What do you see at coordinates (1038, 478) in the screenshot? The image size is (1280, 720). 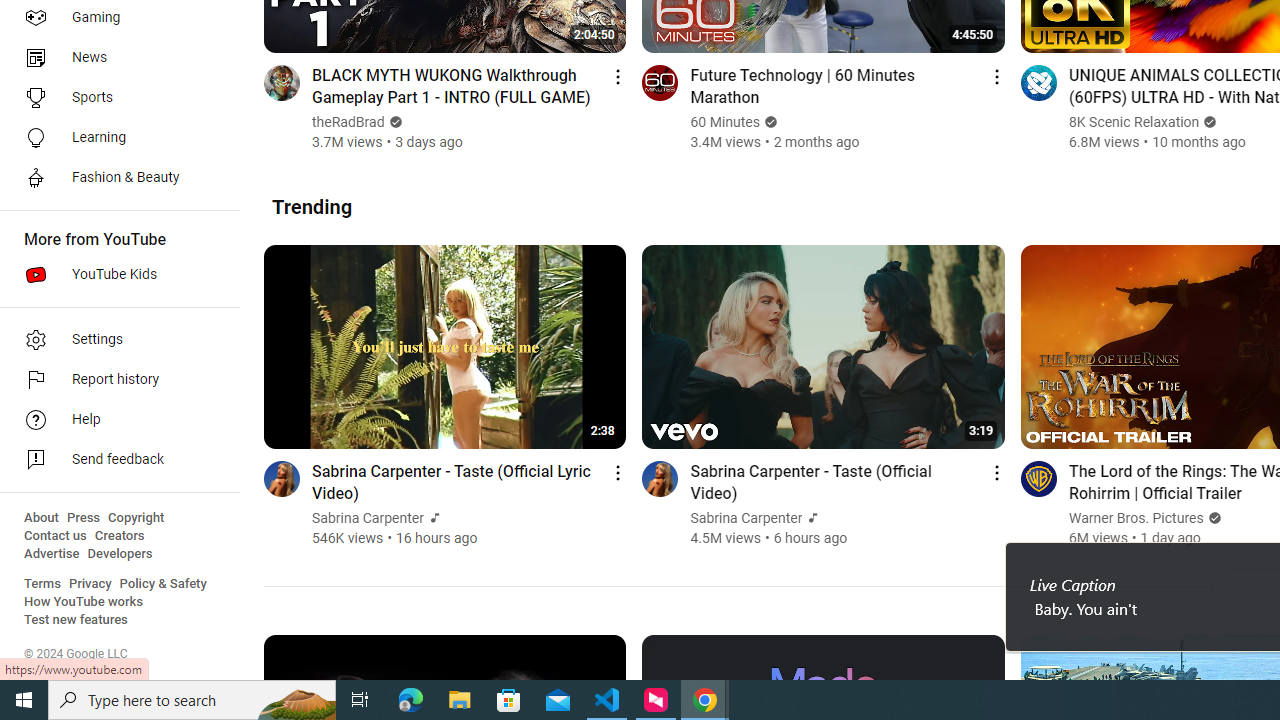 I see `'Go to channel'` at bounding box center [1038, 478].